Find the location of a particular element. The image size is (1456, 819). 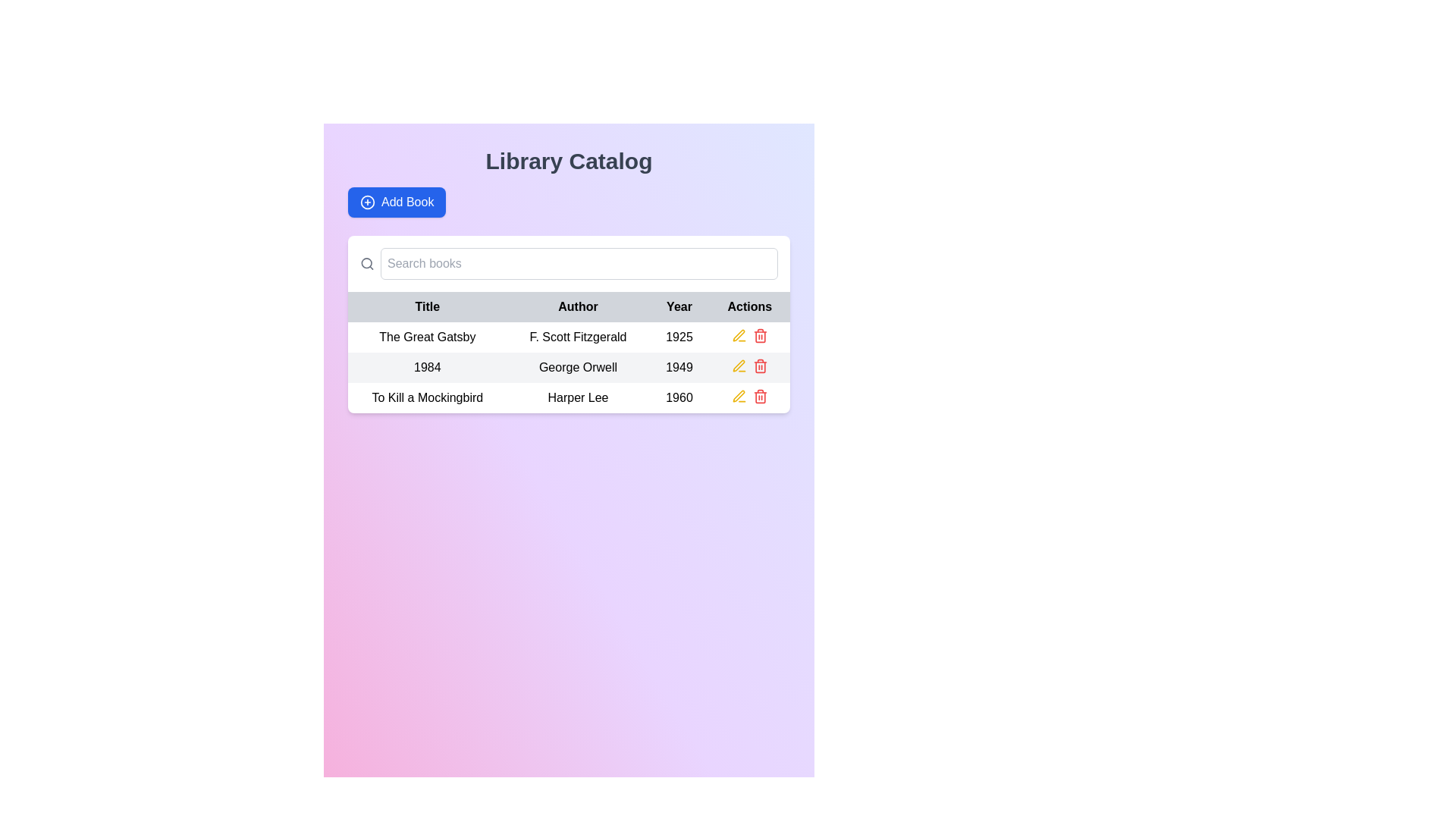

the trash can icon in the 'Actions' column adjacent to the 'To Kill a Mockingbird' row, which represents the delete operation for the respective table row is located at coordinates (760, 336).